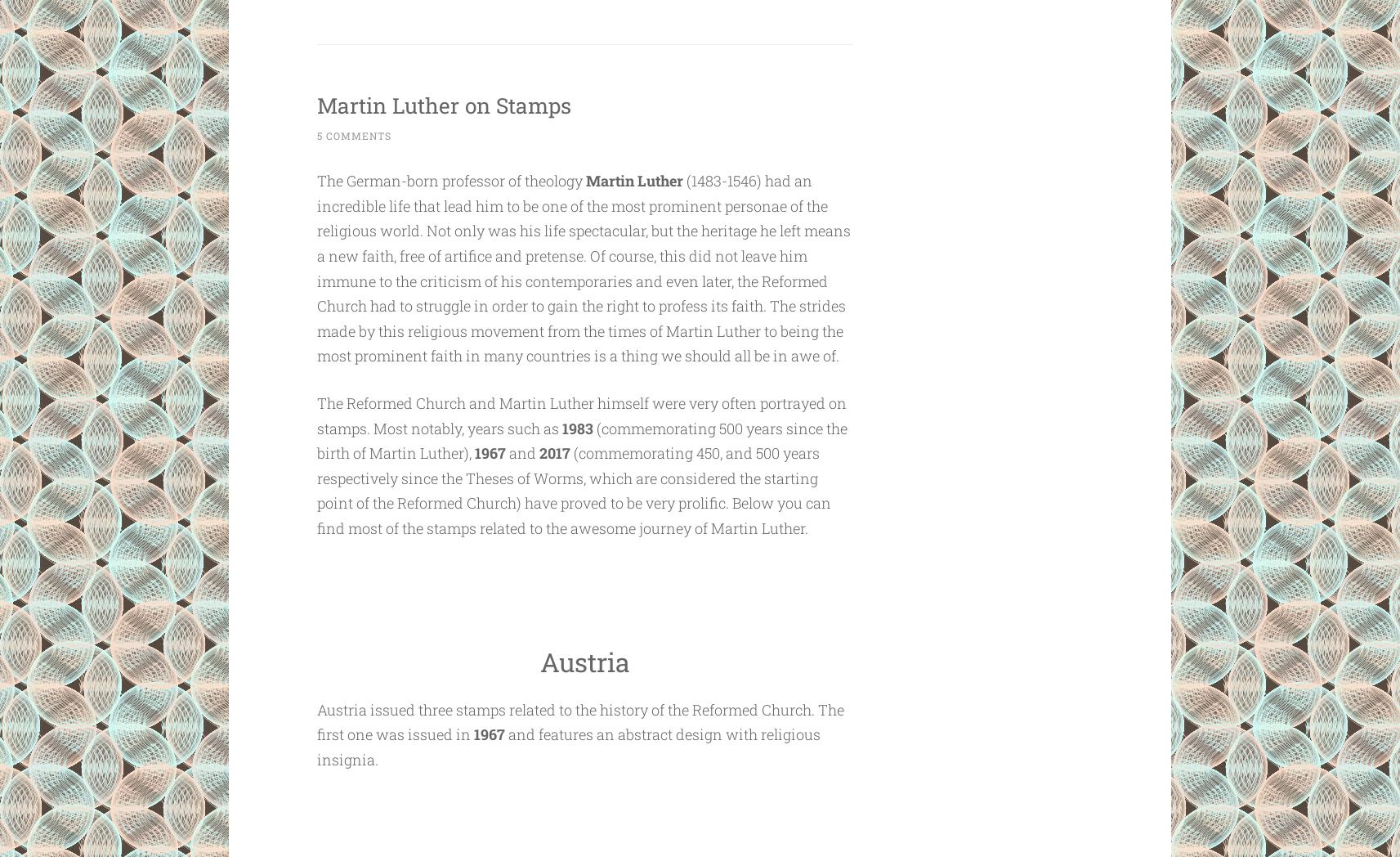 The height and width of the screenshot is (857, 1400). What do you see at coordinates (576, 427) in the screenshot?
I see `'1983'` at bounding box center [576, 427].